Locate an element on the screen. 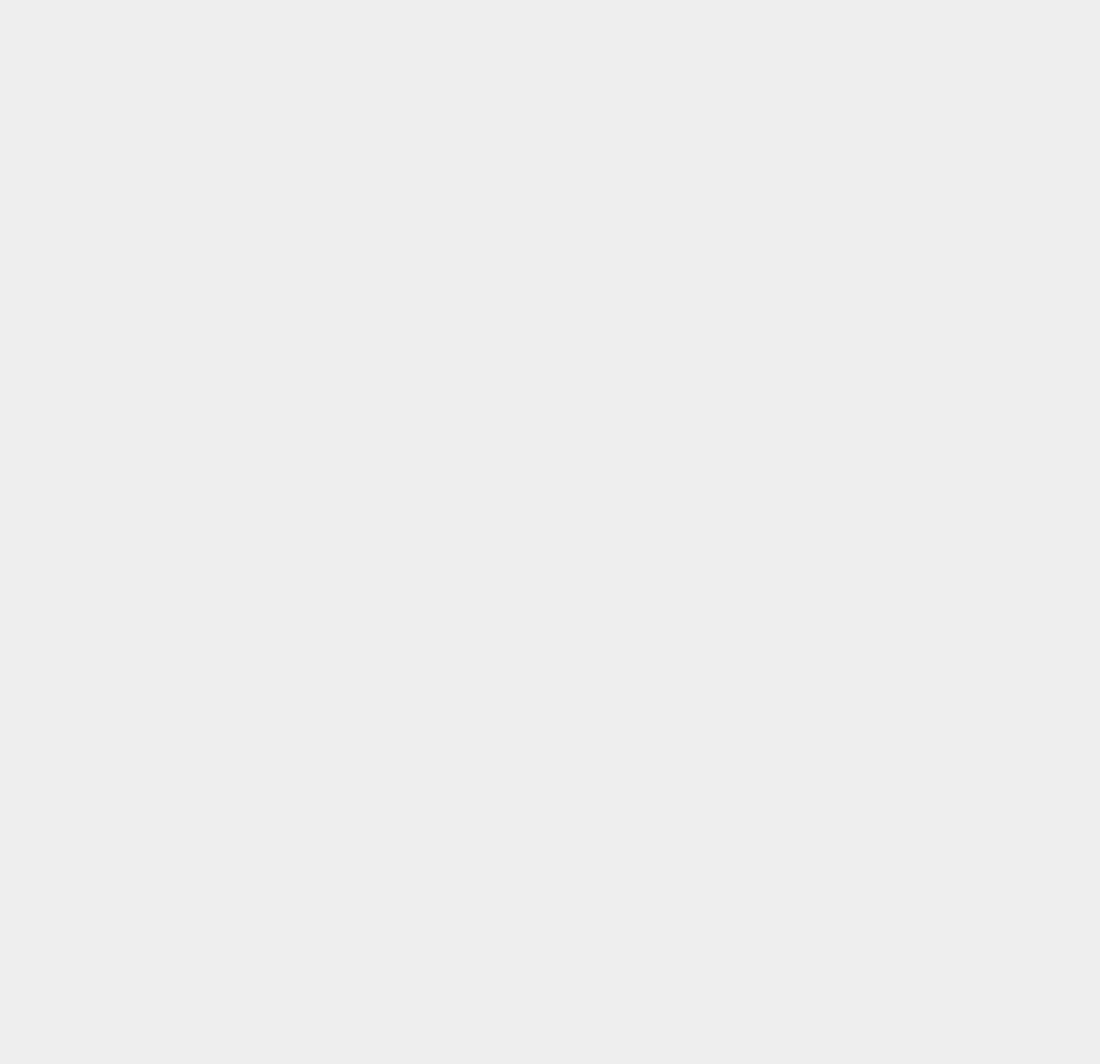 The height and width of the screenshot is (1064, 1100). 'Office 365' is located at coordinates (809, 429).